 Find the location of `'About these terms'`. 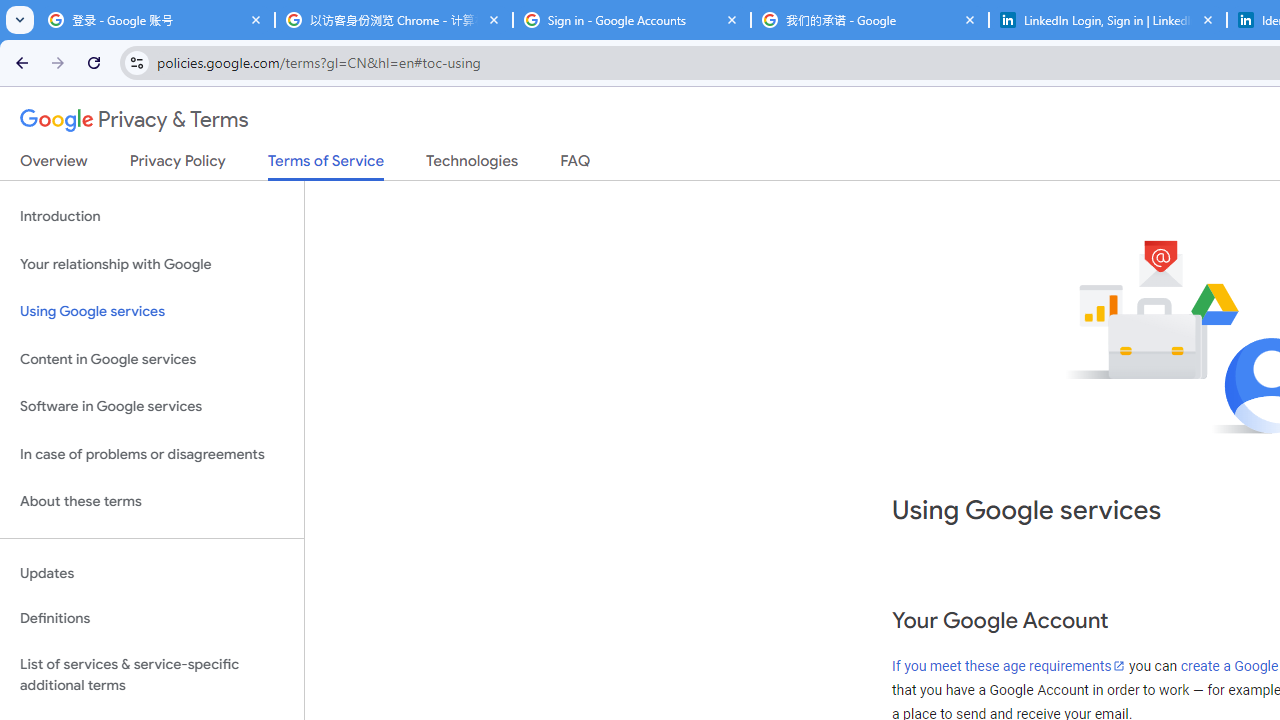

'About these terms' is located at coordinates (151, 501).